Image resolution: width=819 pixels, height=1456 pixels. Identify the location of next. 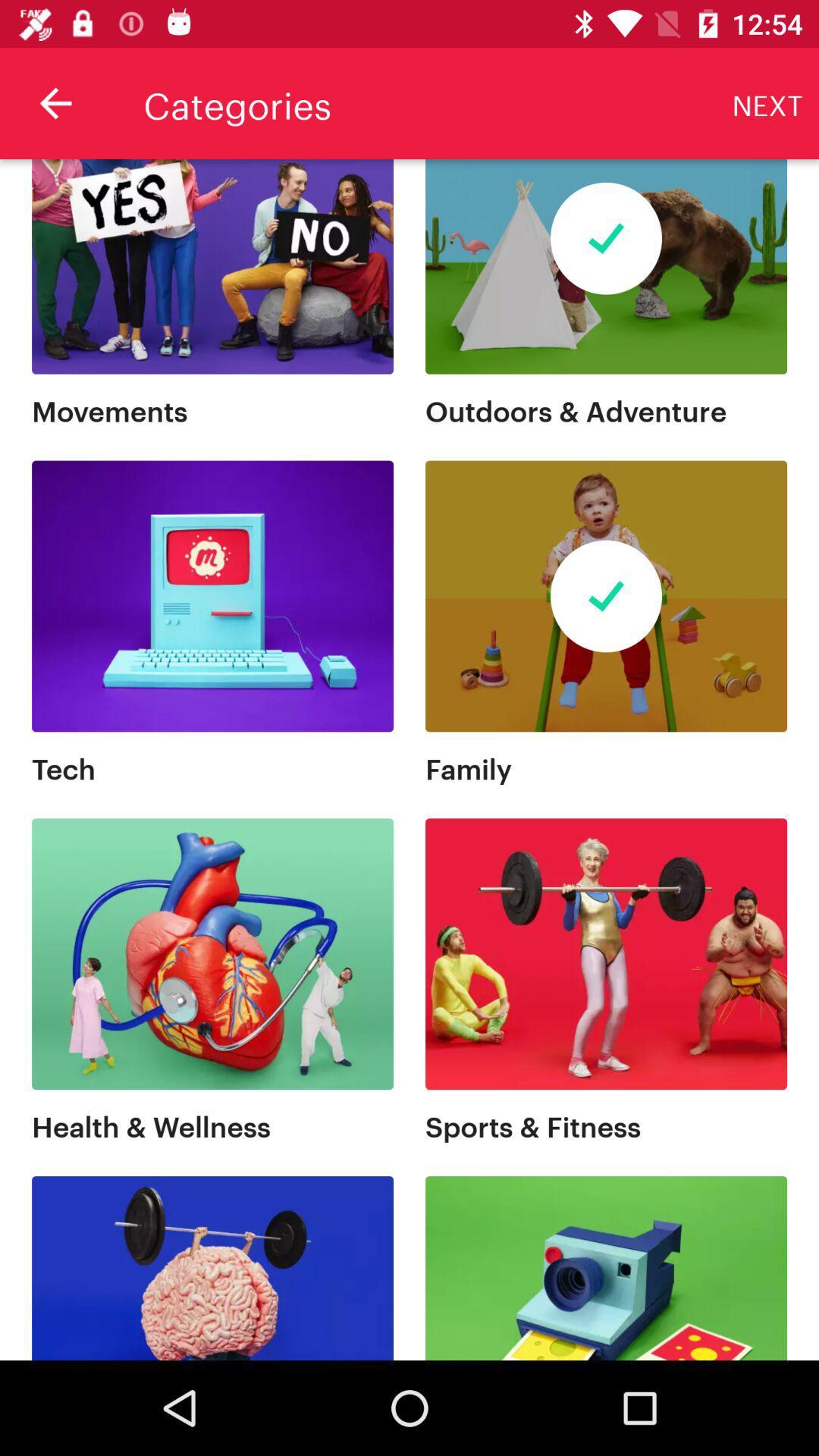
(767, 102).